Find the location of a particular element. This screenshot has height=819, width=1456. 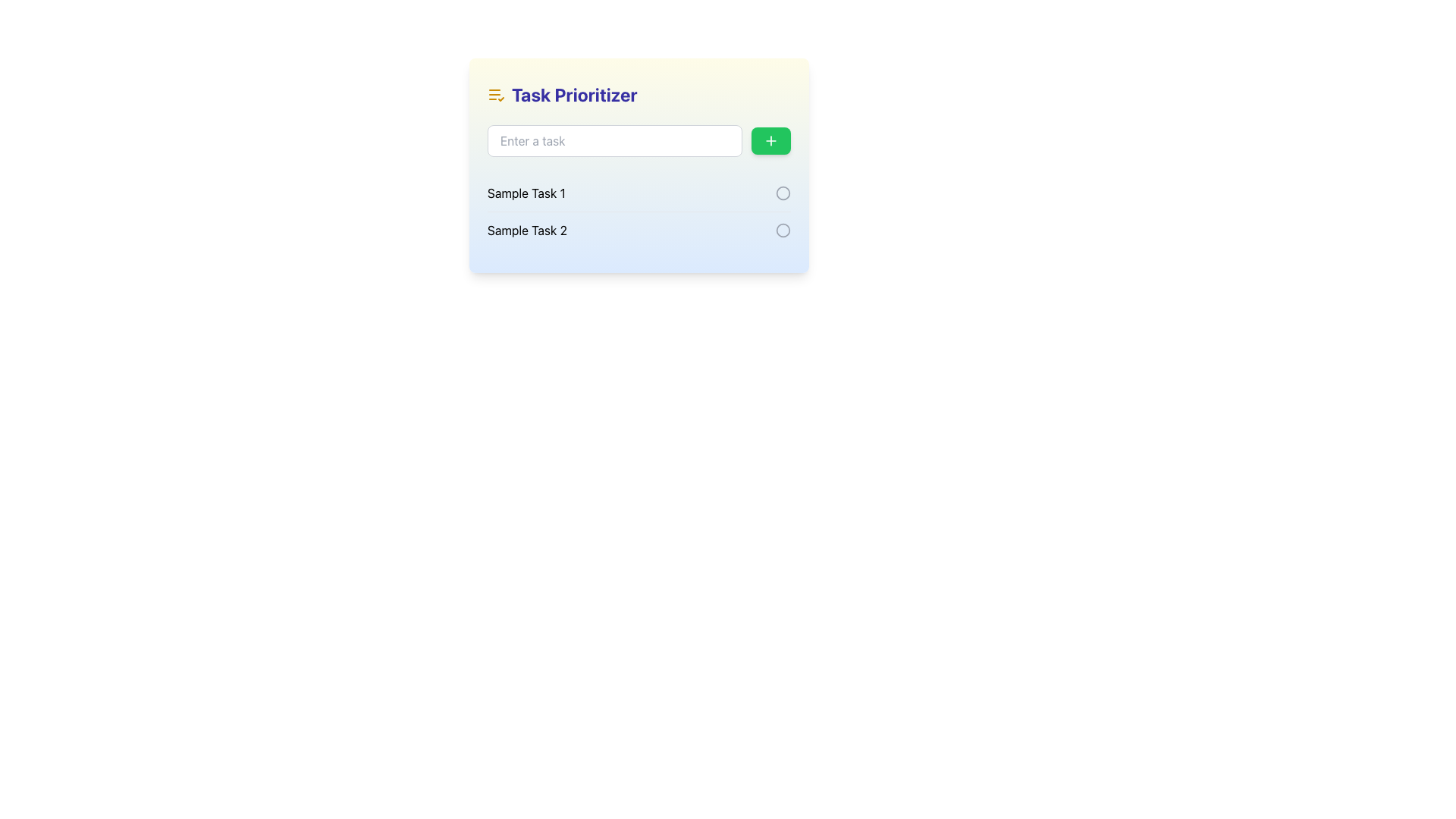

the actionable button associated with 'Sample Task 1' is located at coordinates (783, 192).